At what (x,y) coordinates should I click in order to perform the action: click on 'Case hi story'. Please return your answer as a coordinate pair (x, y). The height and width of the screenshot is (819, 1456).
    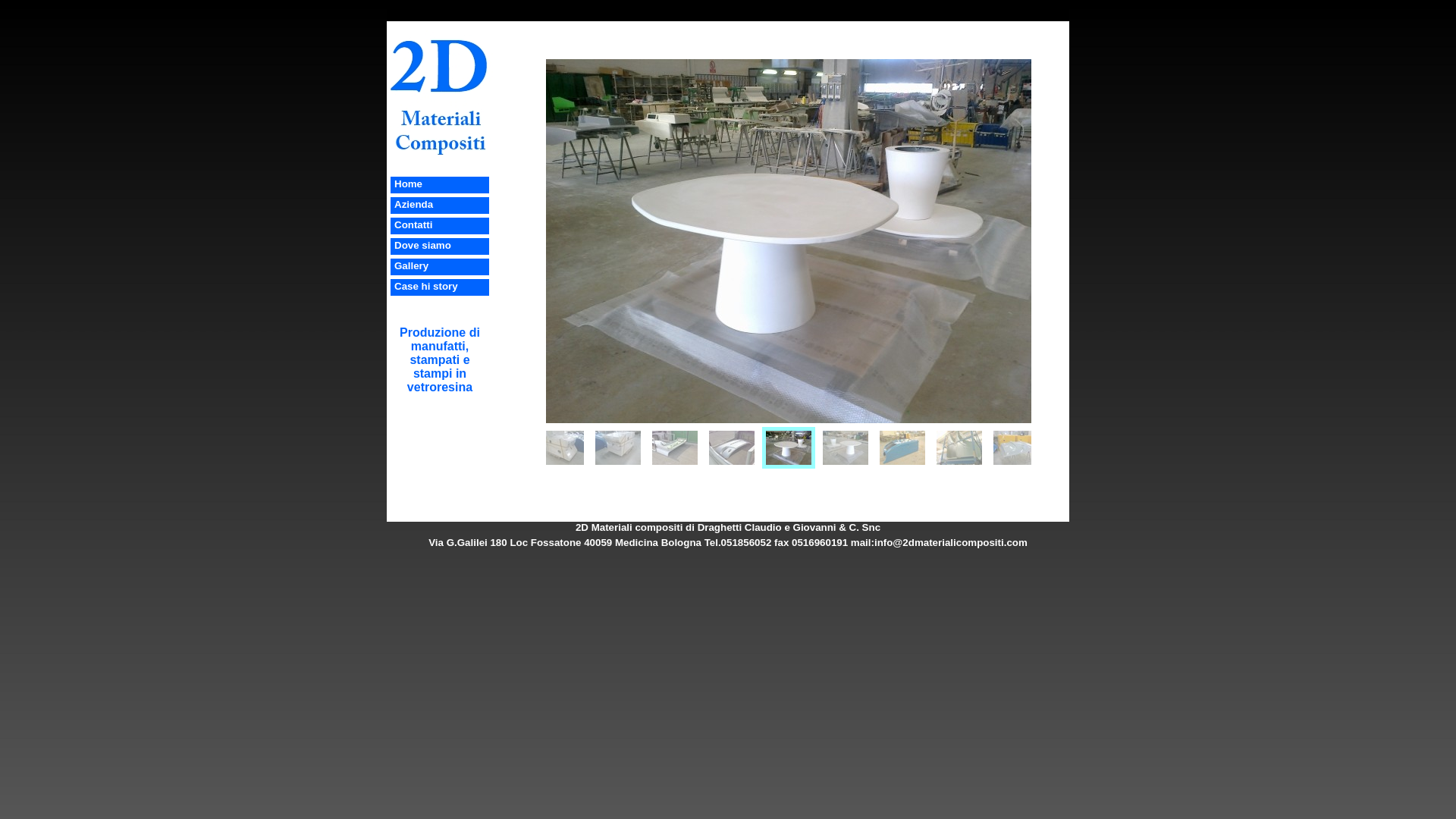
    Looking at the image, I should click on (425, 286).